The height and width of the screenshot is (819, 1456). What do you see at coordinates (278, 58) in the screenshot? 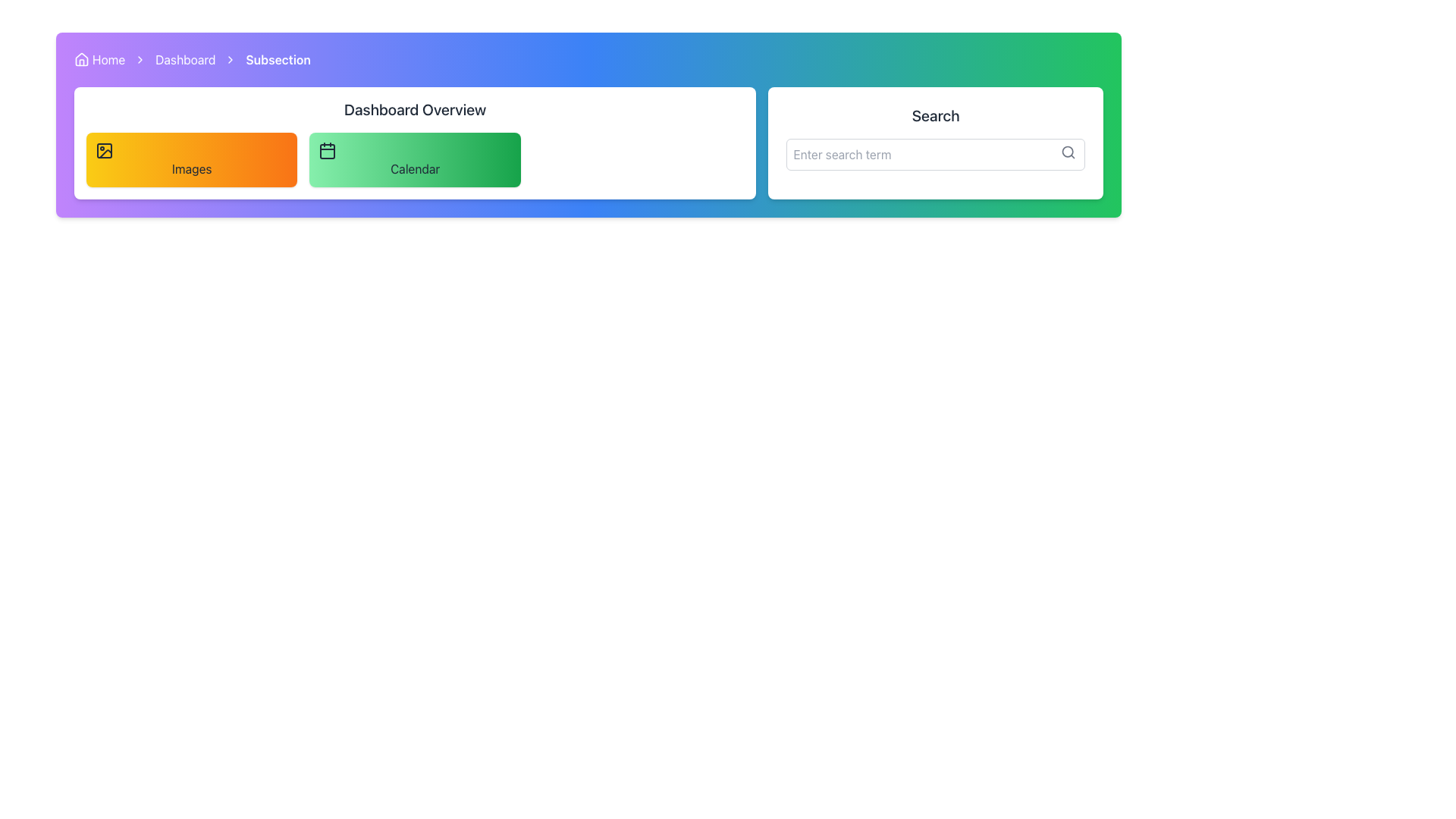
I see `the breadcrumb hierarchy by clicking on the breadcrumb navigation label located to the right of the 'Dashboard' text` at bounding box center [278, 58].